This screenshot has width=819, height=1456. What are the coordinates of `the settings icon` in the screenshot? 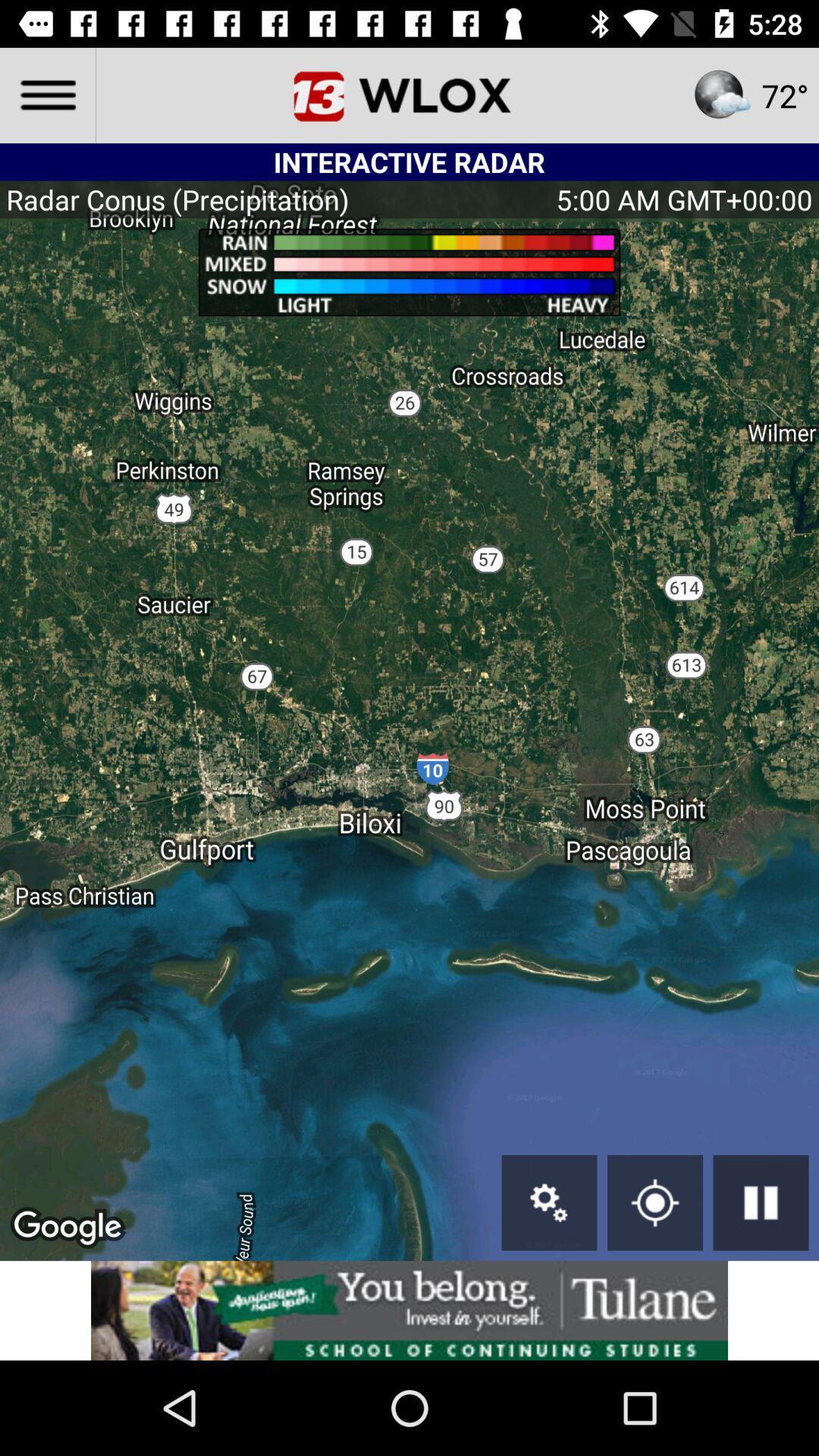 It's located at (549, 1202).